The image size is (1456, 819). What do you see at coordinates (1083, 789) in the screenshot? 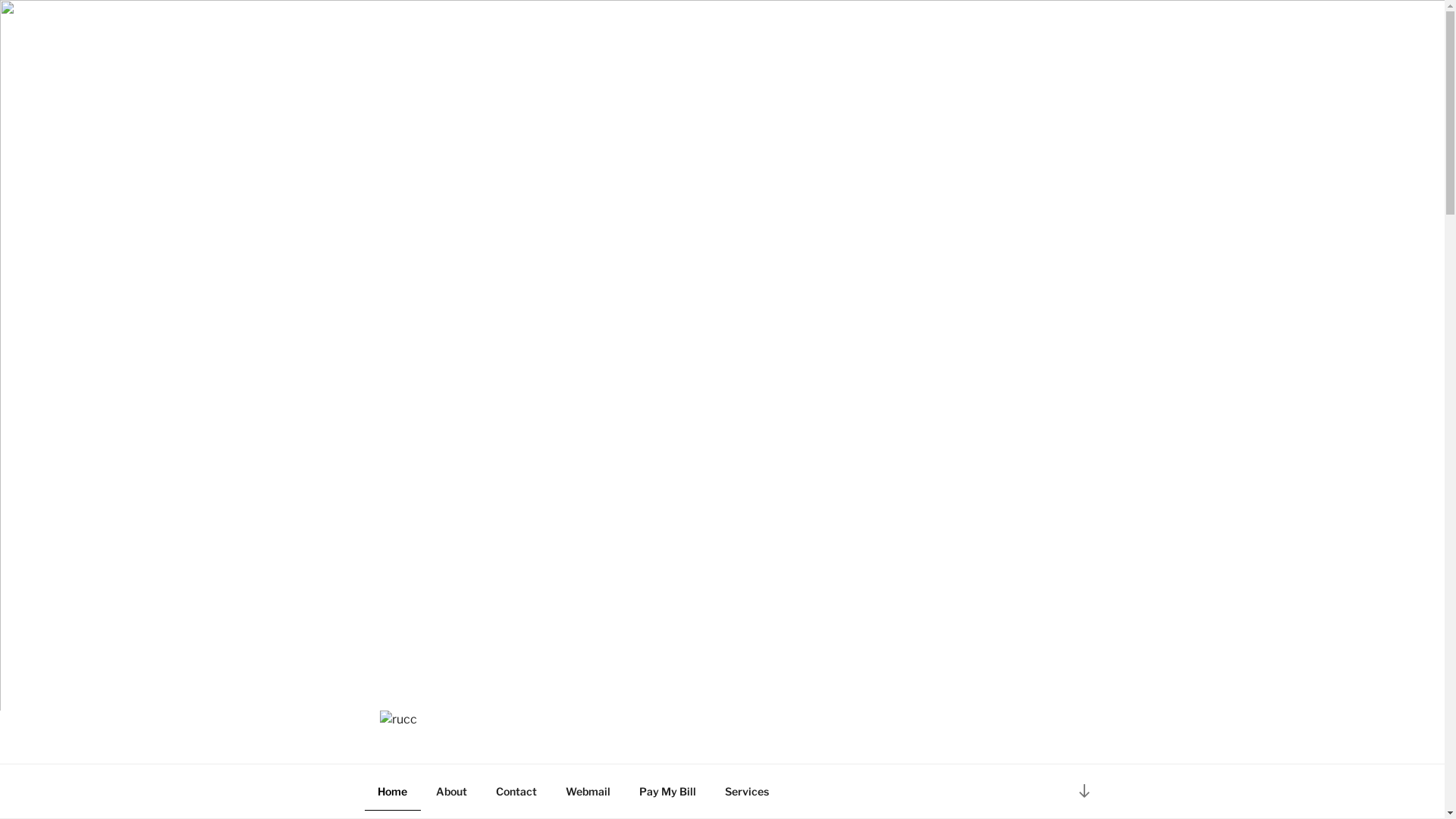
I see `'Scroll down to content'` at bounding box center [1083, 789].